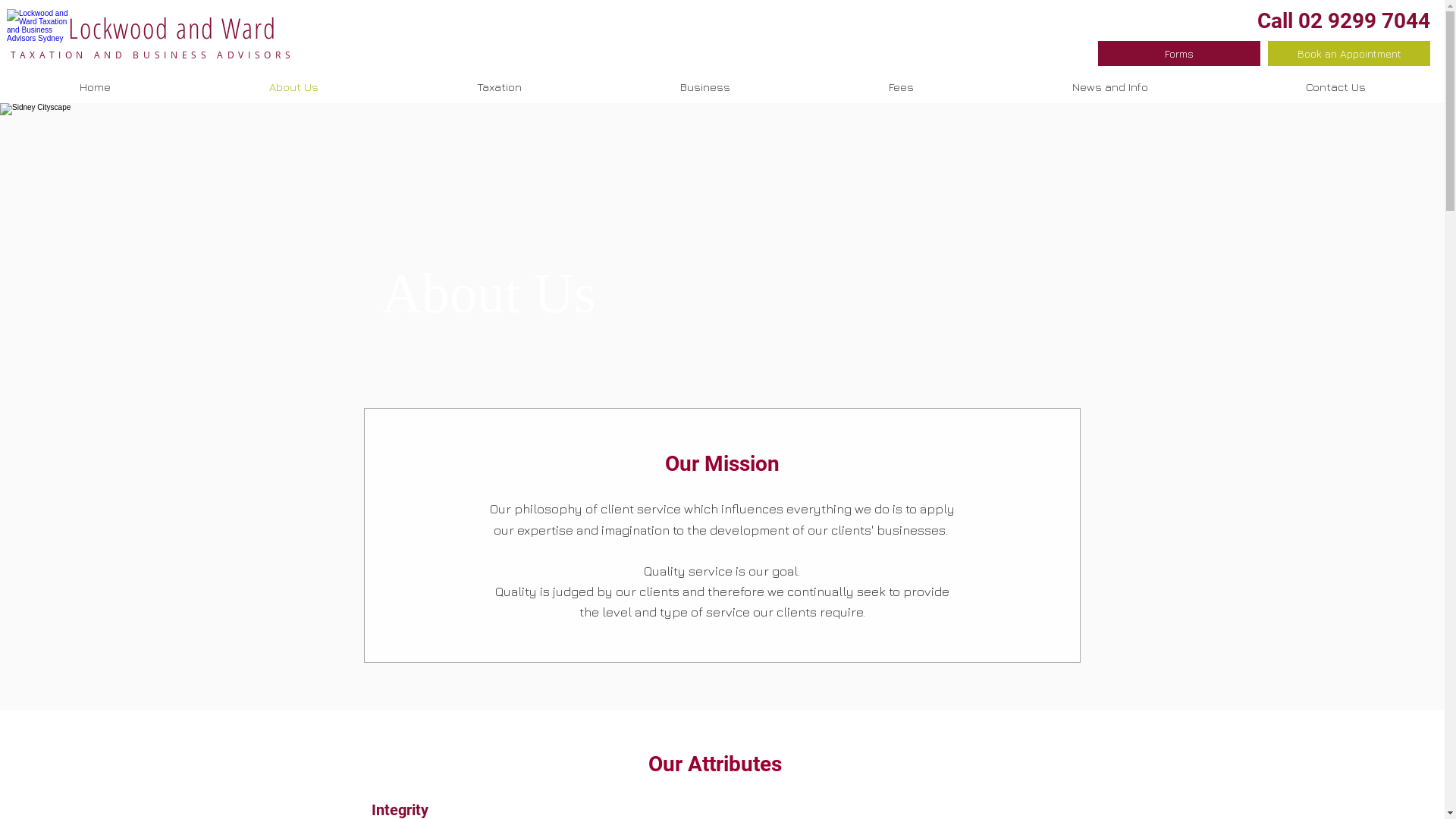 This screenshot has height=819, width=1456. I want to click on 'Forms', so click(1178, 52).